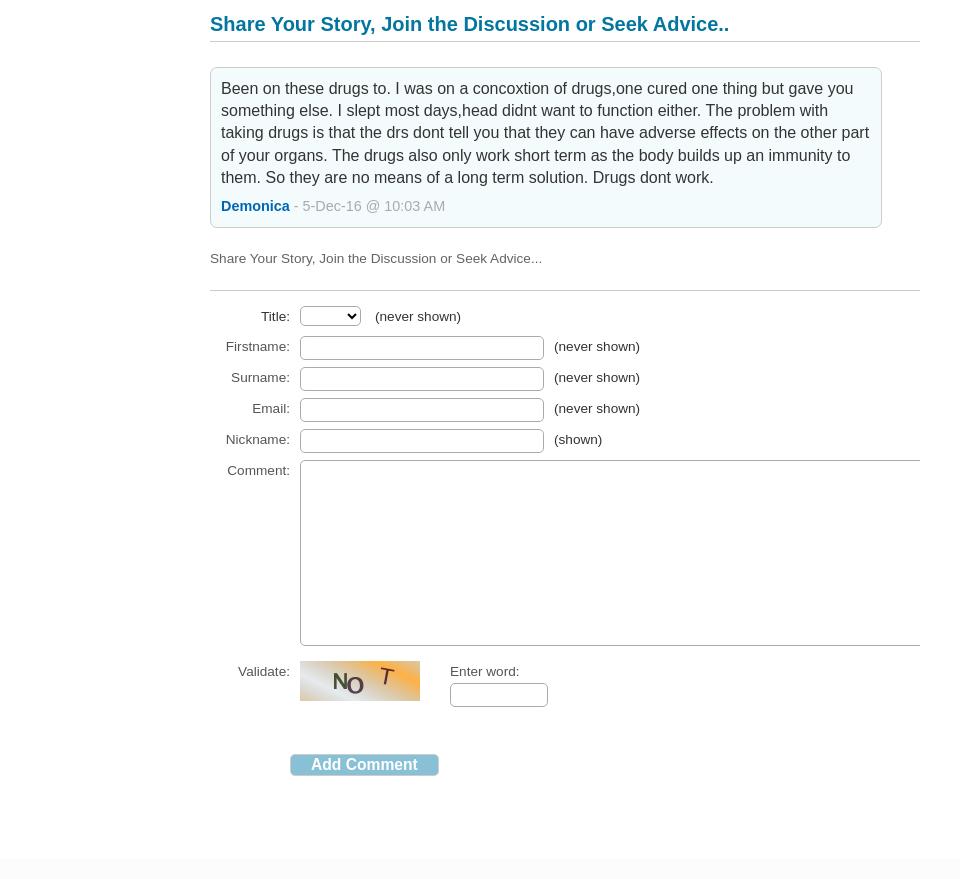 This screenshot has height=879, width=960. Describe the element at coordinates (544, 132) in the screenshot. I see `'Been on these drugs to. I was on a concoxtion of drugs,one cured one thing but gave you something else. 
I slept most days,head didnt want to function either. The problem with taking drugs is that the drs dont tell you that they can have adverse effects on the other part of your organs. 
The drugs also only work short term as the body builds up an immunity to them. So they are no means of a long term solution. 
Drugs dont work.'` at that location.